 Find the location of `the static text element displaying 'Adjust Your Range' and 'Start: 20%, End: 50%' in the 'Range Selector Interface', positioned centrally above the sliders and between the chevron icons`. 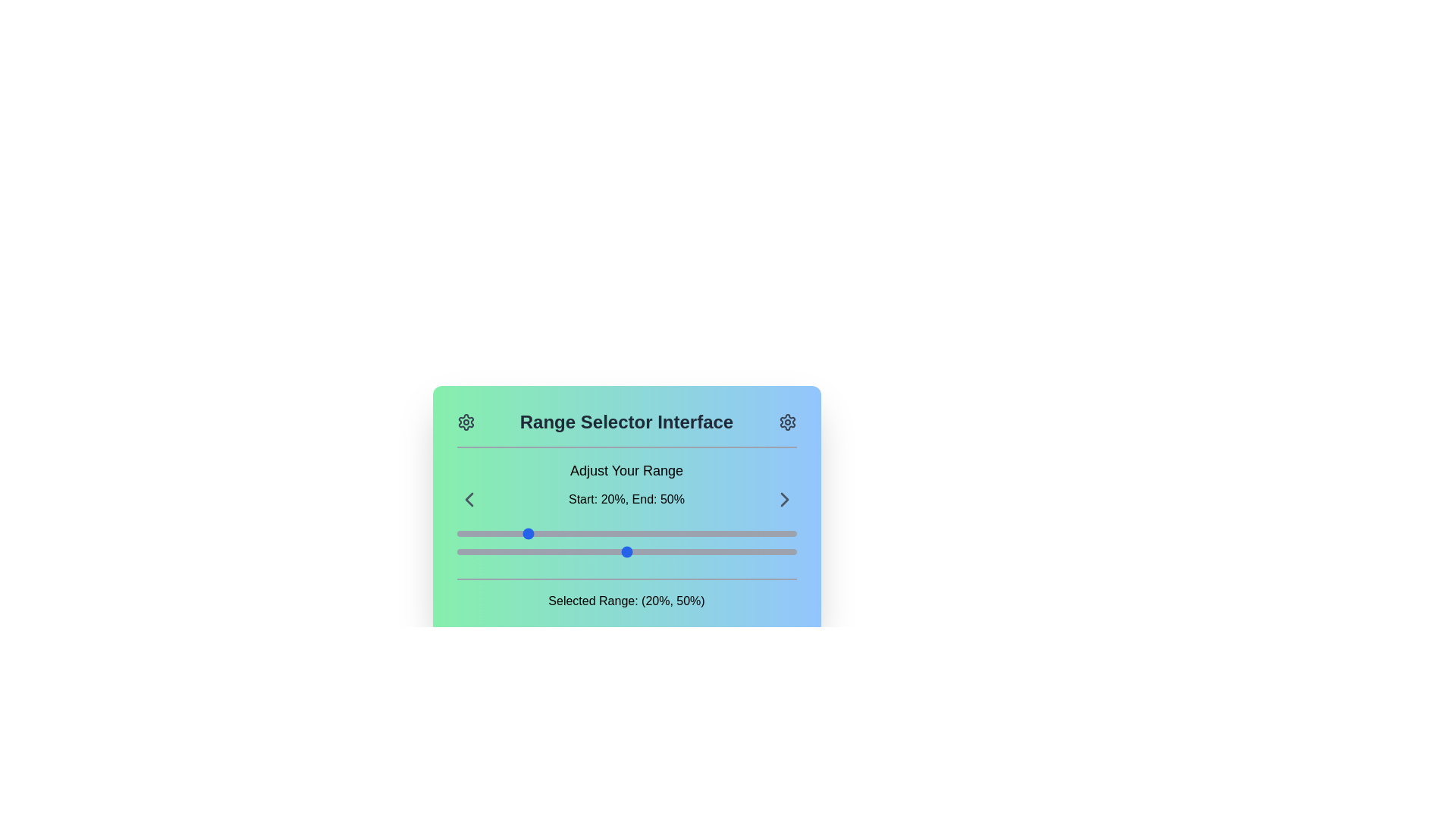

the static text element displaying 'Adjust Your Range' and 'Start: 20%, End: 50%' in the 'Range Selector Interface', positioned centrally above the sliders and between the chevron icons is located at coordinates (626, 510).